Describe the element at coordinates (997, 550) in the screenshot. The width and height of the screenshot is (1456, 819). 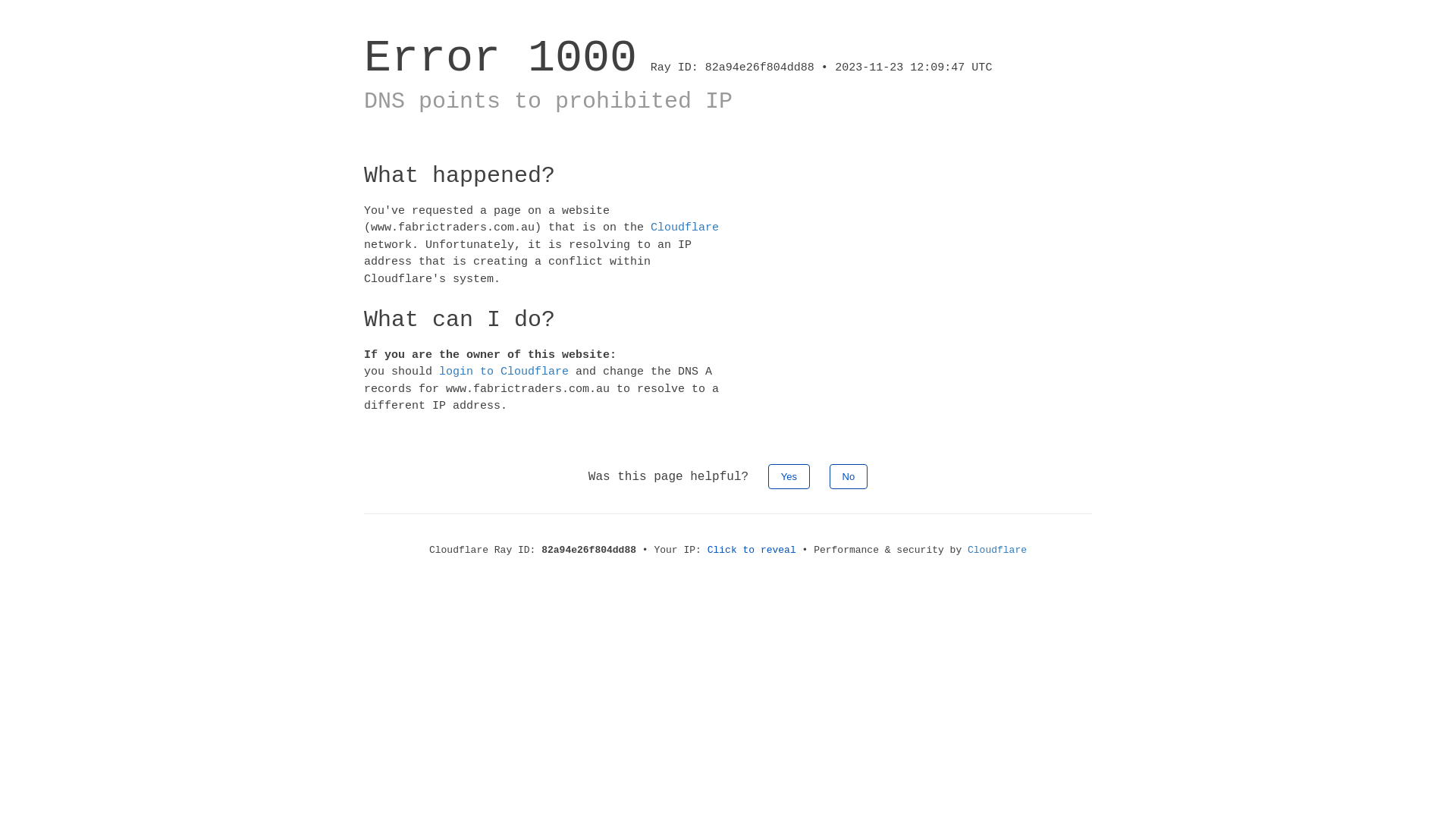
I see `'Cloudflare'` at that location.